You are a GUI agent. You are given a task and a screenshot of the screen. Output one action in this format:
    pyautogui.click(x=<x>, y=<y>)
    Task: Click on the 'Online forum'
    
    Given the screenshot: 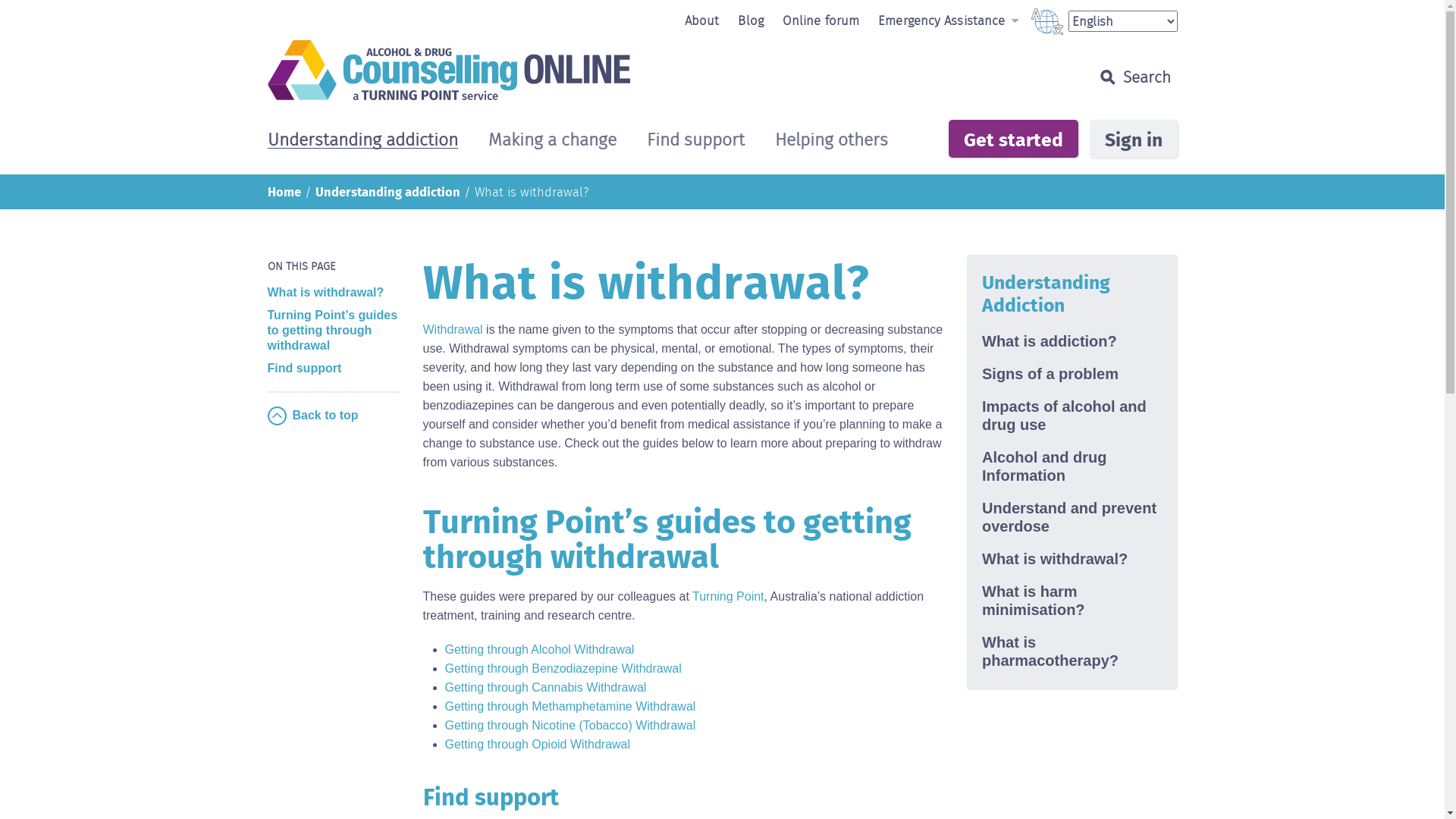 What is the action you would take?
    pyautogui.click(x=820, y=20)
    